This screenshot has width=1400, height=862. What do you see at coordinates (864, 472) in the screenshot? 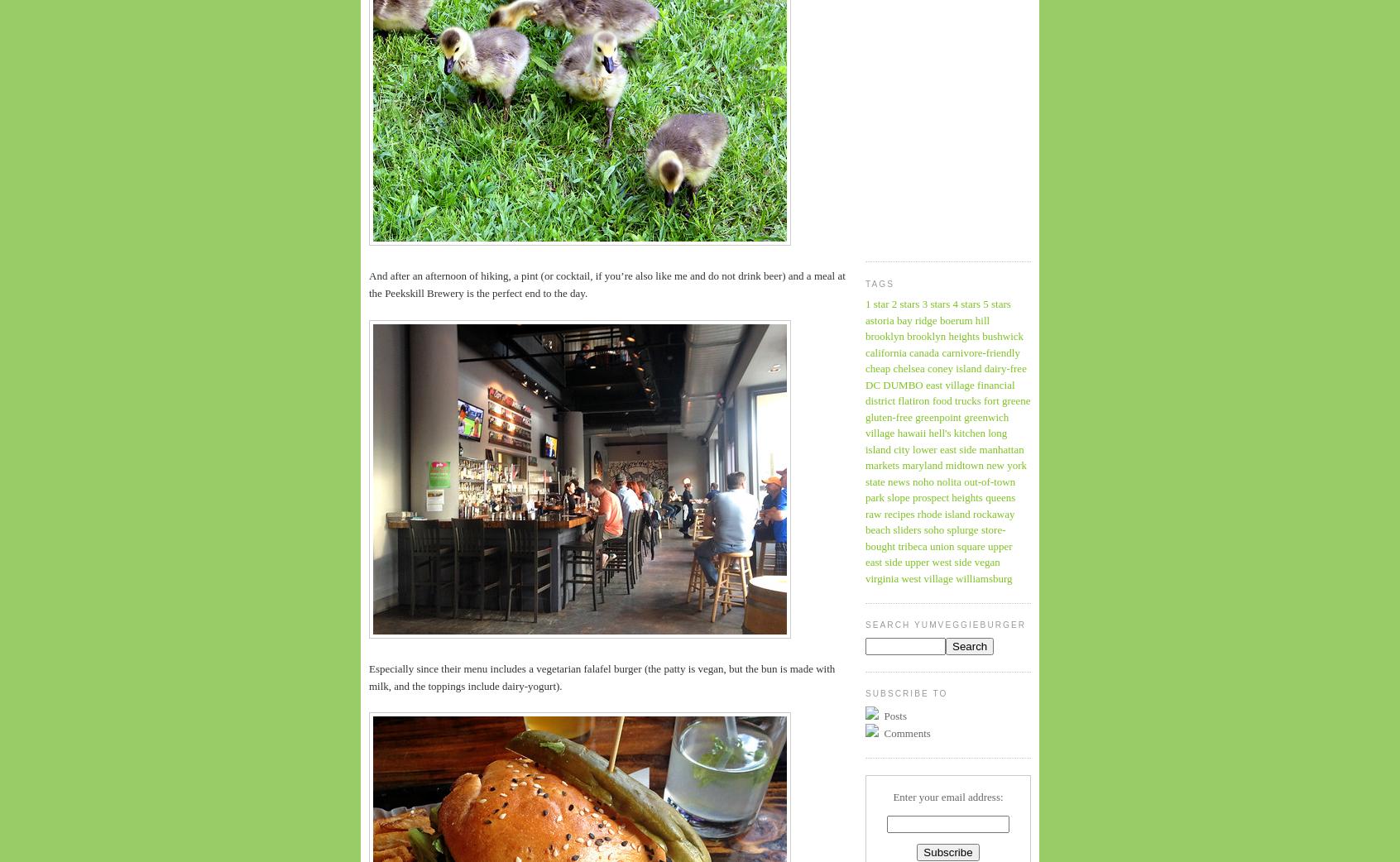
I see `'new york state'` at bounding box center [864, 472].